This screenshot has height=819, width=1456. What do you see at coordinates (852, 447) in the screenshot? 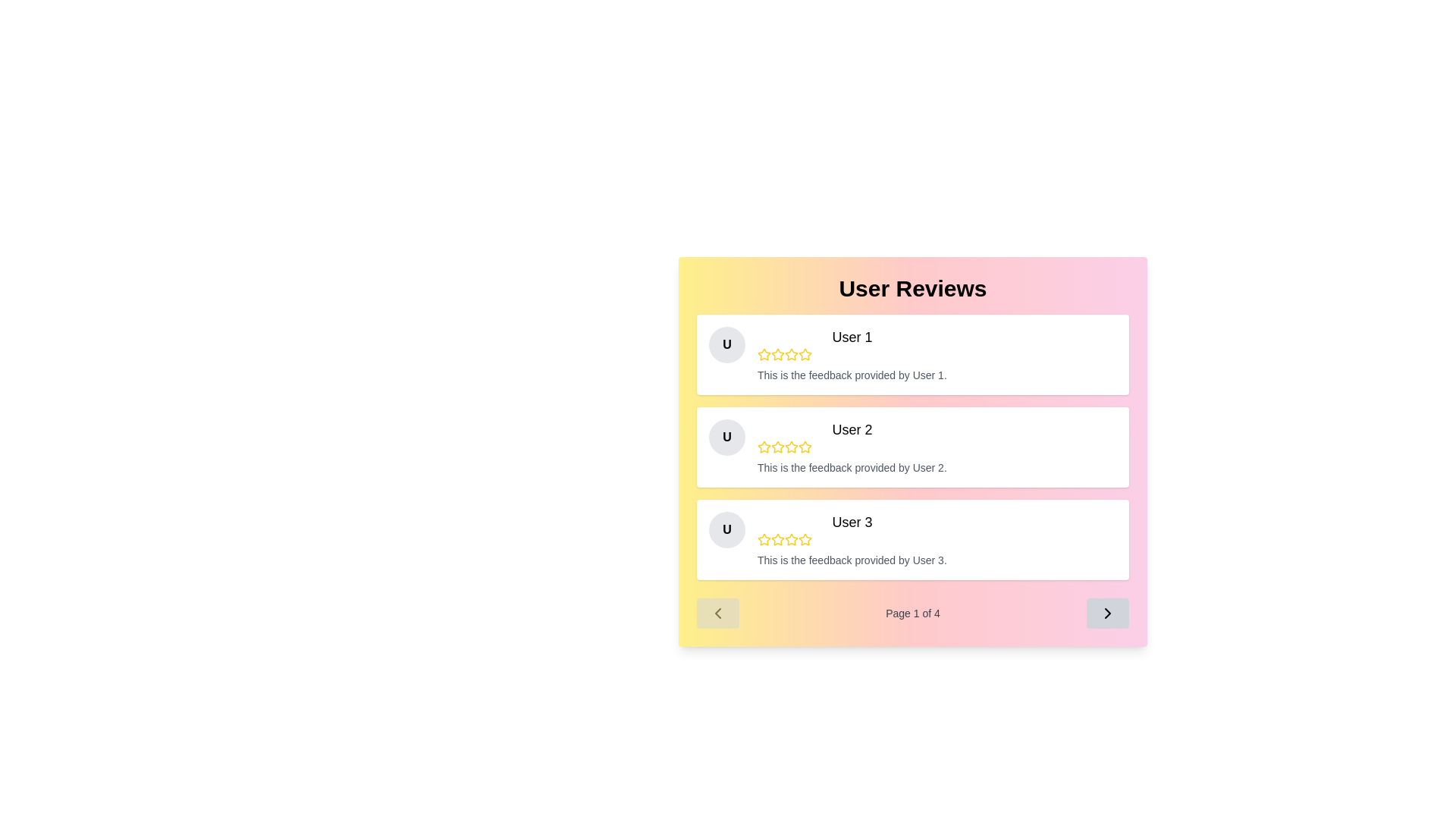
I see `the Rating Stars element` at bounding box center [852, 447].